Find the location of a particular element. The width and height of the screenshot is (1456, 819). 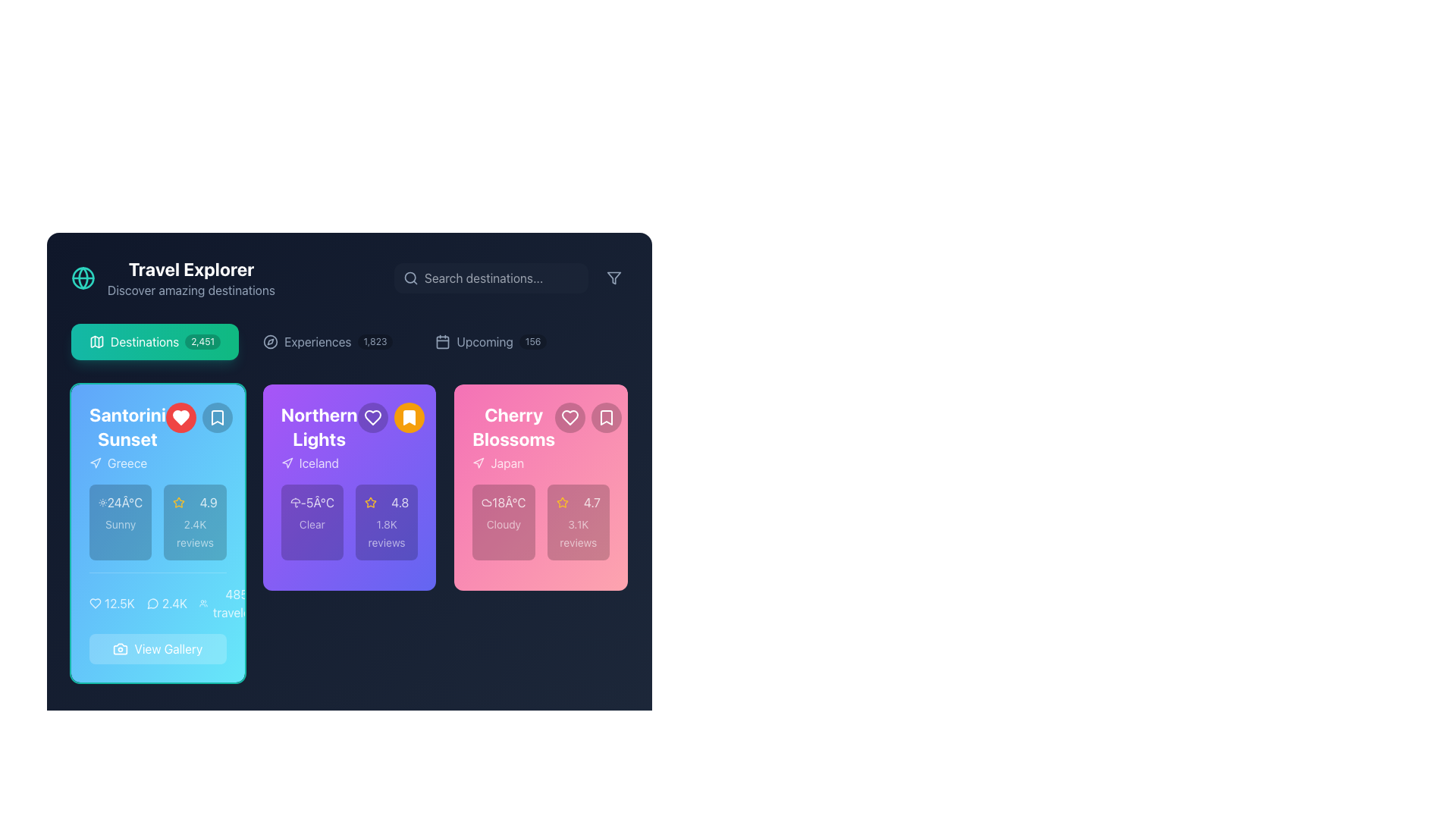

the chat bubble icon located within the 'Santorini Sunset' card is located at coordinates (152, 603).